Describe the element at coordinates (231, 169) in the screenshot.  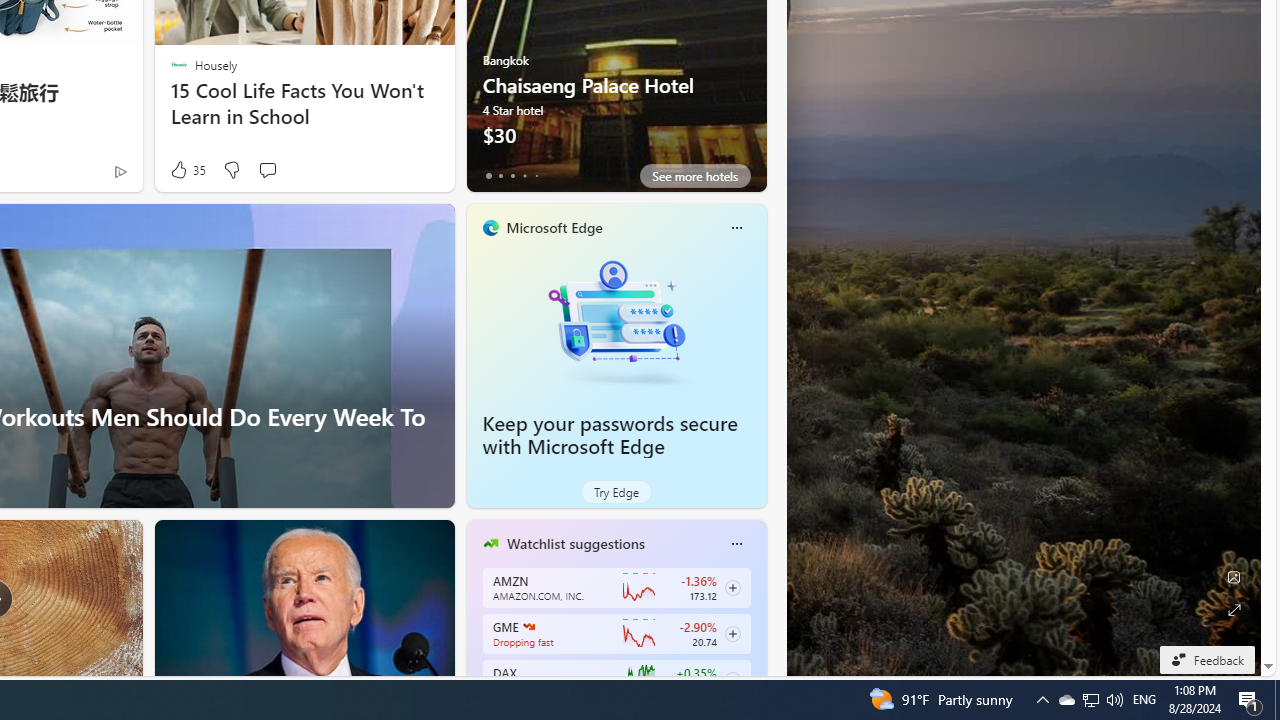
I see `'Dislike'` at that location.